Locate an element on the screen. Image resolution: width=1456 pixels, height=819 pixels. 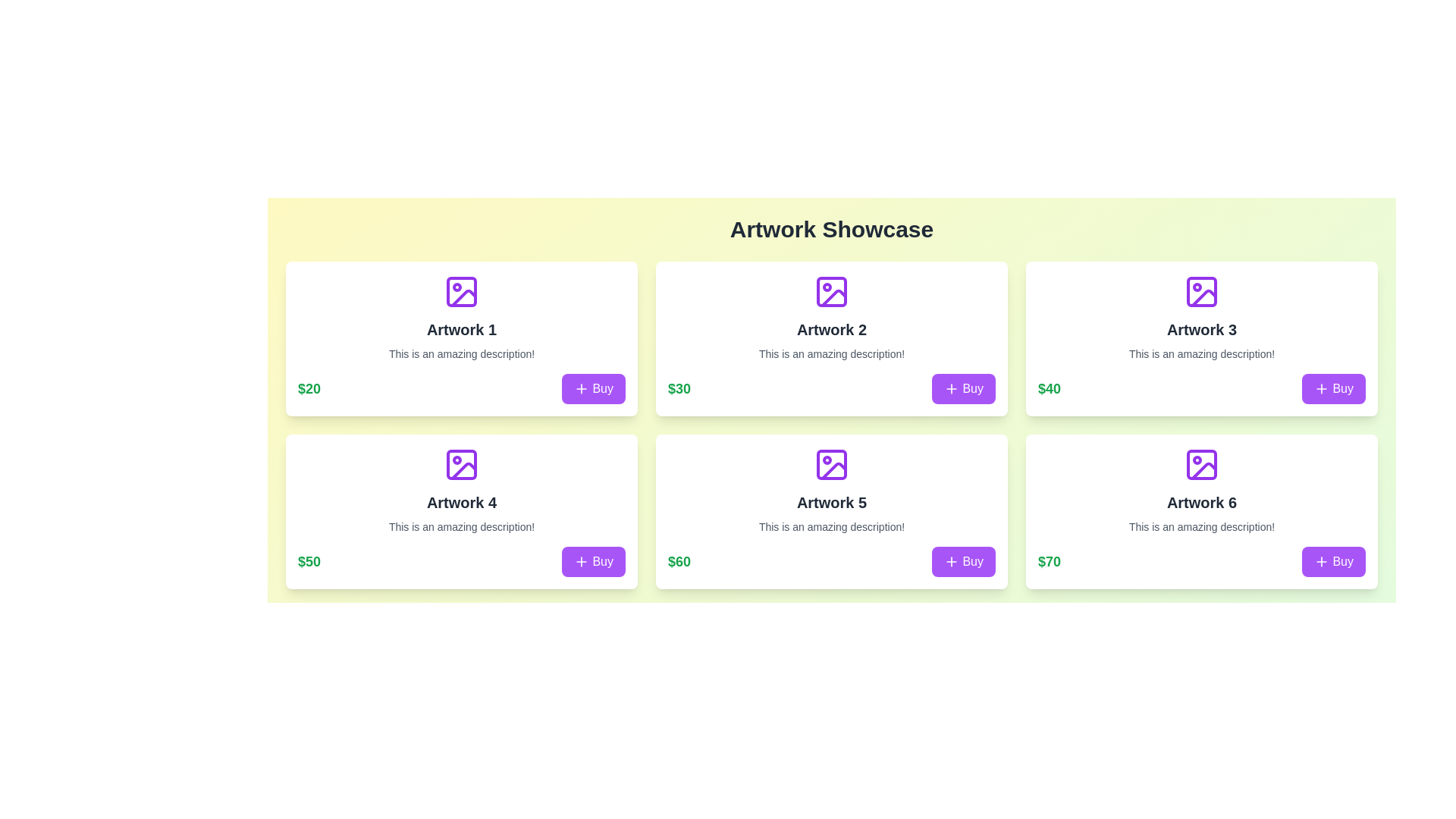
the text label inside the purple button for 'Artwork 4' is located at coordinates (602, 561).